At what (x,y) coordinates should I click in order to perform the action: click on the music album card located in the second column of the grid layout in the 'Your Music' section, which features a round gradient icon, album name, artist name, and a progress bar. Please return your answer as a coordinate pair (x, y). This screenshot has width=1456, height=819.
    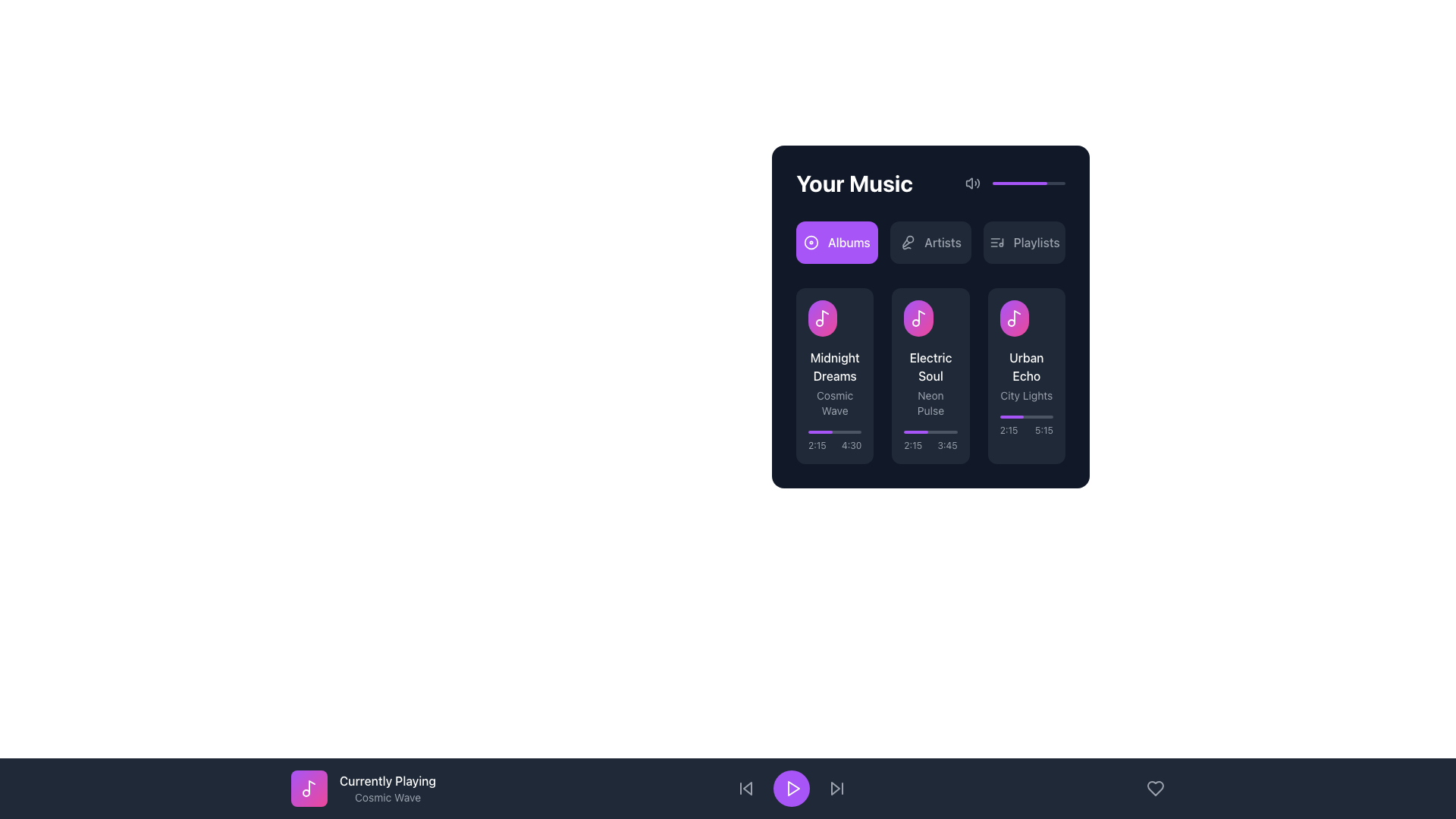
    Looking at the image, I should click on (930, 375).